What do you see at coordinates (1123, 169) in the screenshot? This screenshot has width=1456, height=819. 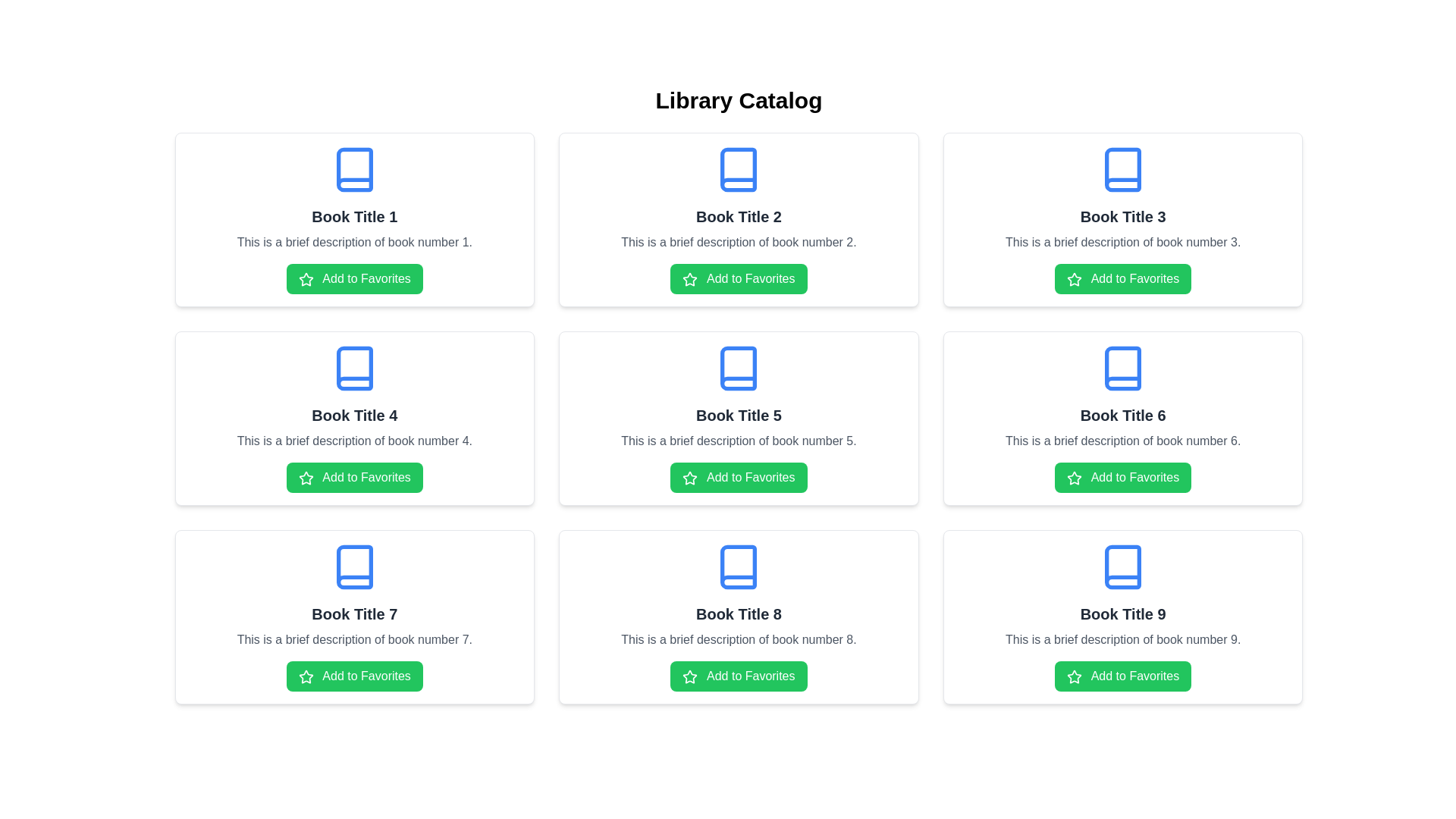 I see `the blue open book icon located in the second column of the top row in the grid layout, which is visually represented above the title 'Book Title 3'` at bounding box center [1123, 169].